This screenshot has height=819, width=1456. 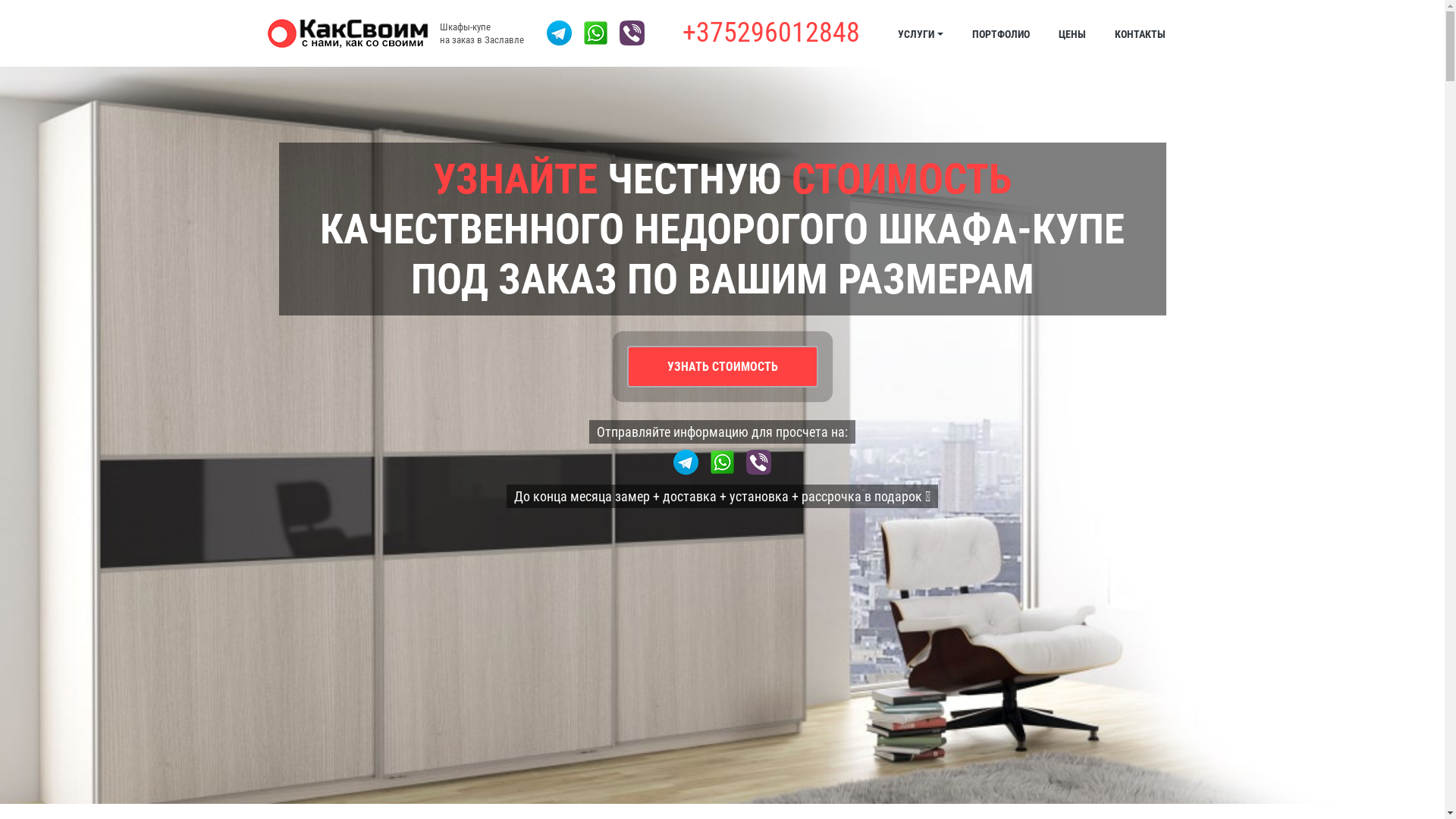 What do you see at coordinates (682, 33) in the screenshot?
I see `'+375296012848'` at bounding box center [682, 33].